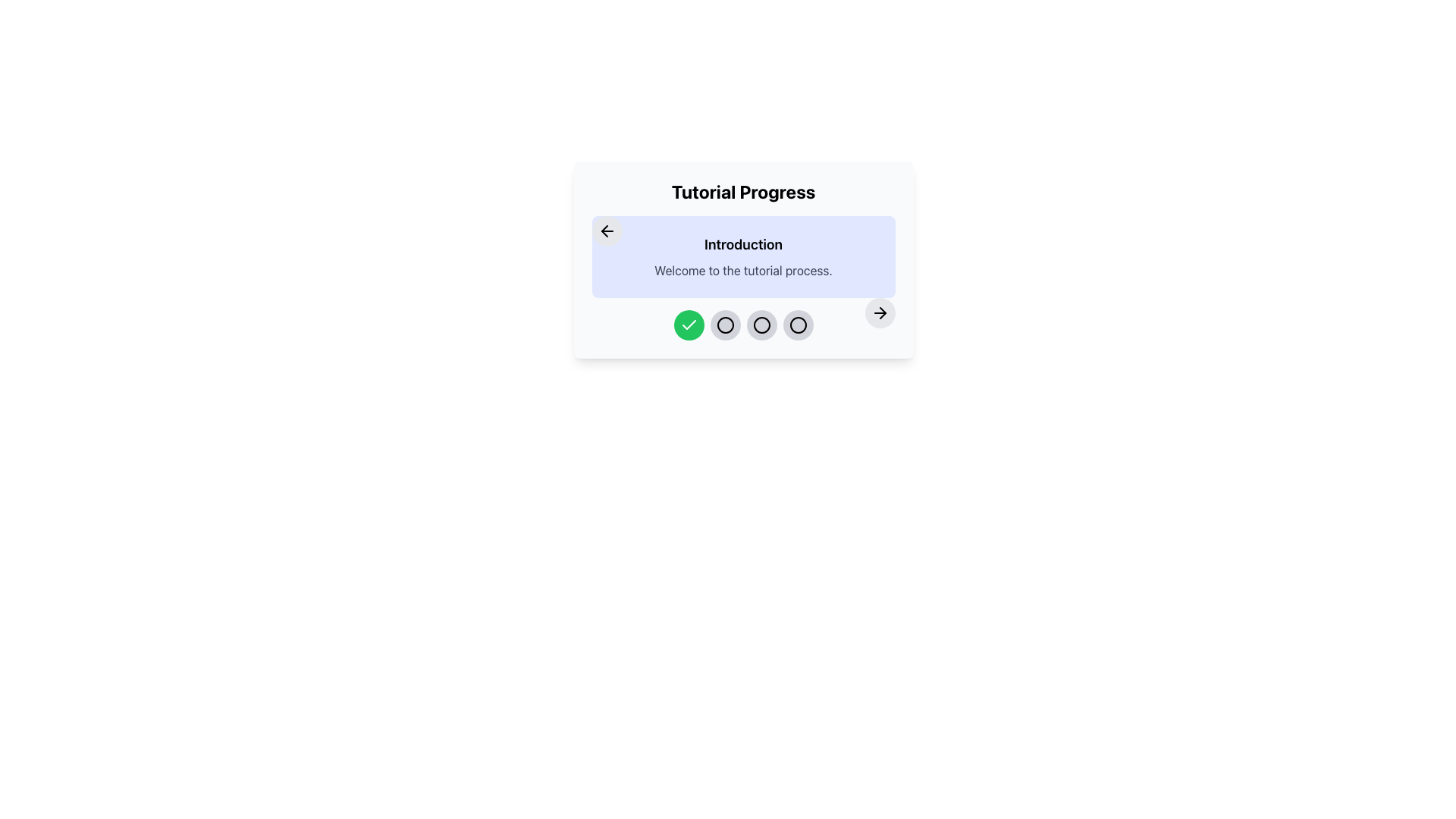 This screenshot has width=1456, height=819. What do you see at coordinates (880, 312) in the screenshot?
I see `the circular button with a right-facing arrow icon located in the 'Tutorial Progress' section` at bounding box center [880, 312].